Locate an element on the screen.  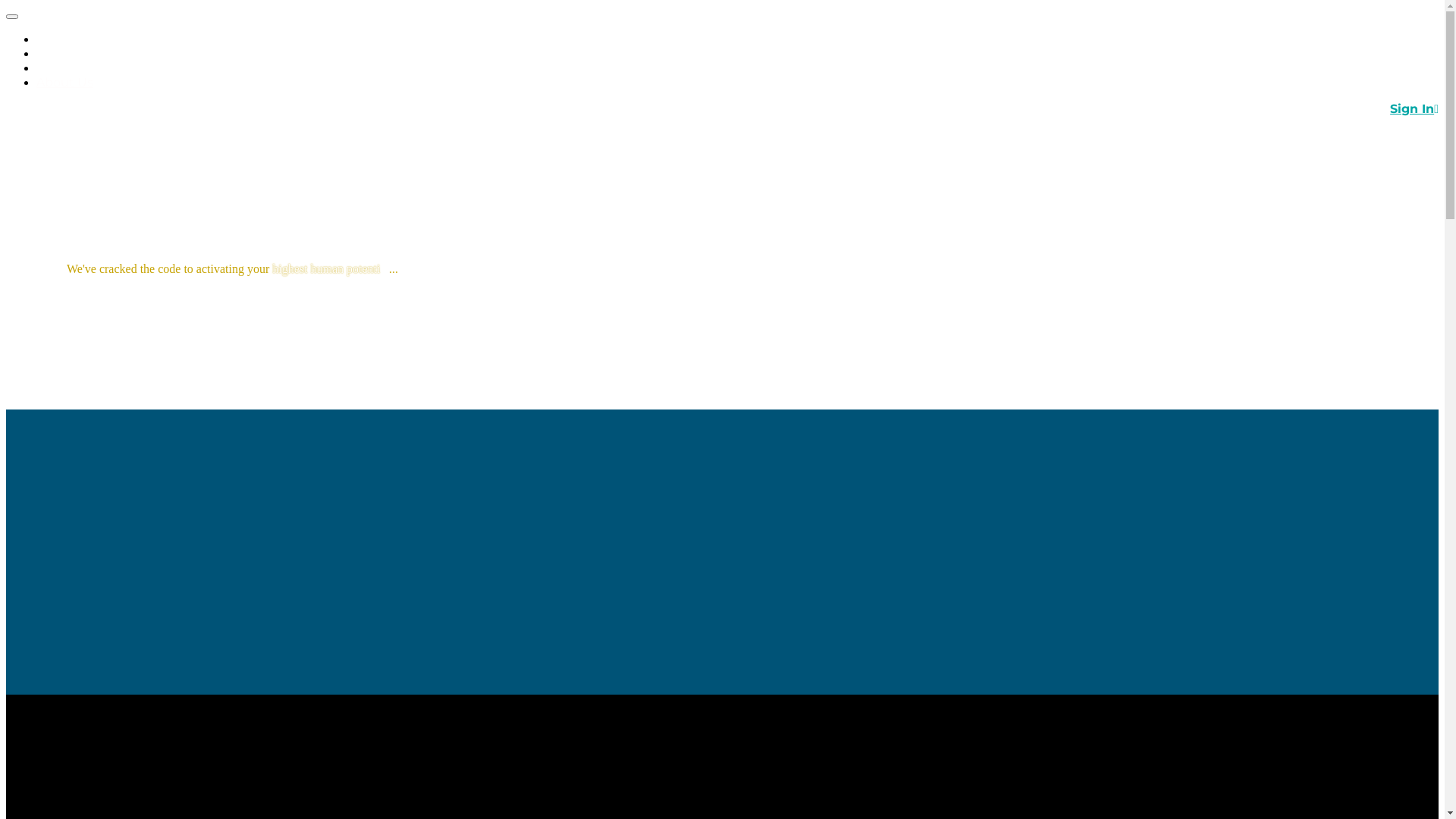
'Tools' is located at coordinates (51, 67).